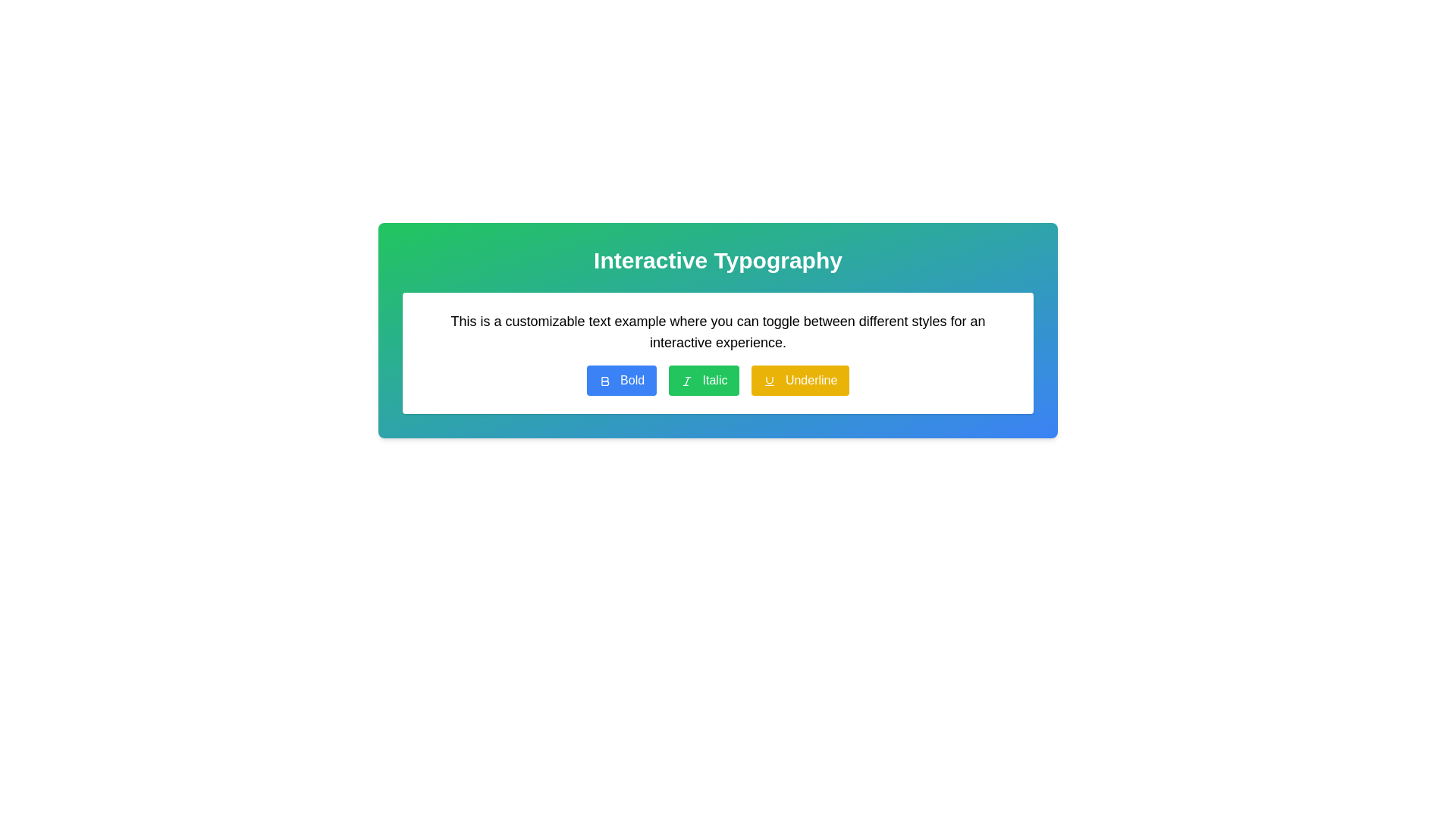 Image resolution: width=1456 pixels, height=819 pixels. I want to click on the static text element at the top of the interface section, which serves as a heading for the interactive typography section, so click(717, 259).